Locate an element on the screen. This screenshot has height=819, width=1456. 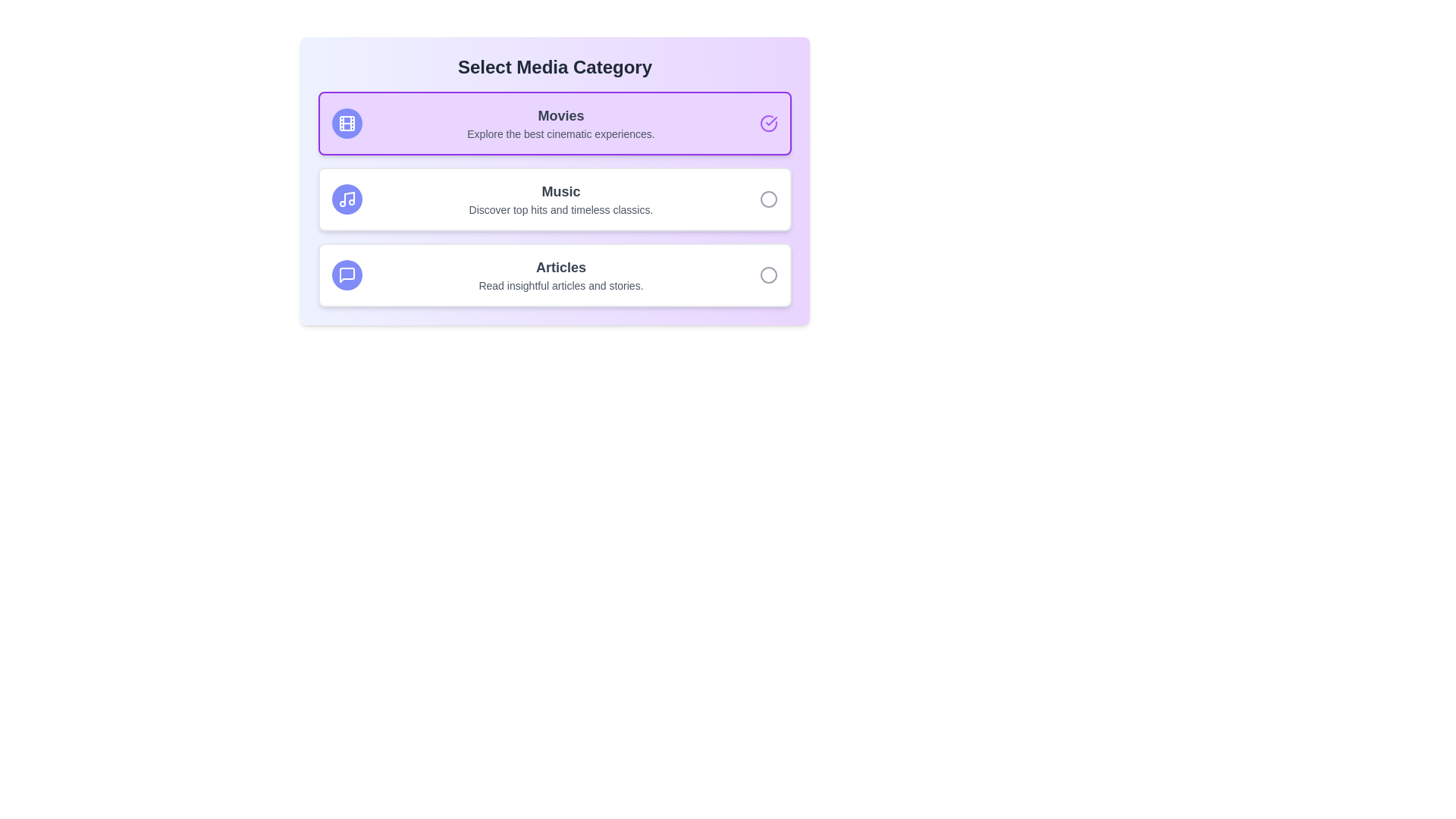
the light blue rectangular icon with rounded corners that represents video media, located in the first item (Movies) of a vertical list of category options is located at coordinates (346, 122).